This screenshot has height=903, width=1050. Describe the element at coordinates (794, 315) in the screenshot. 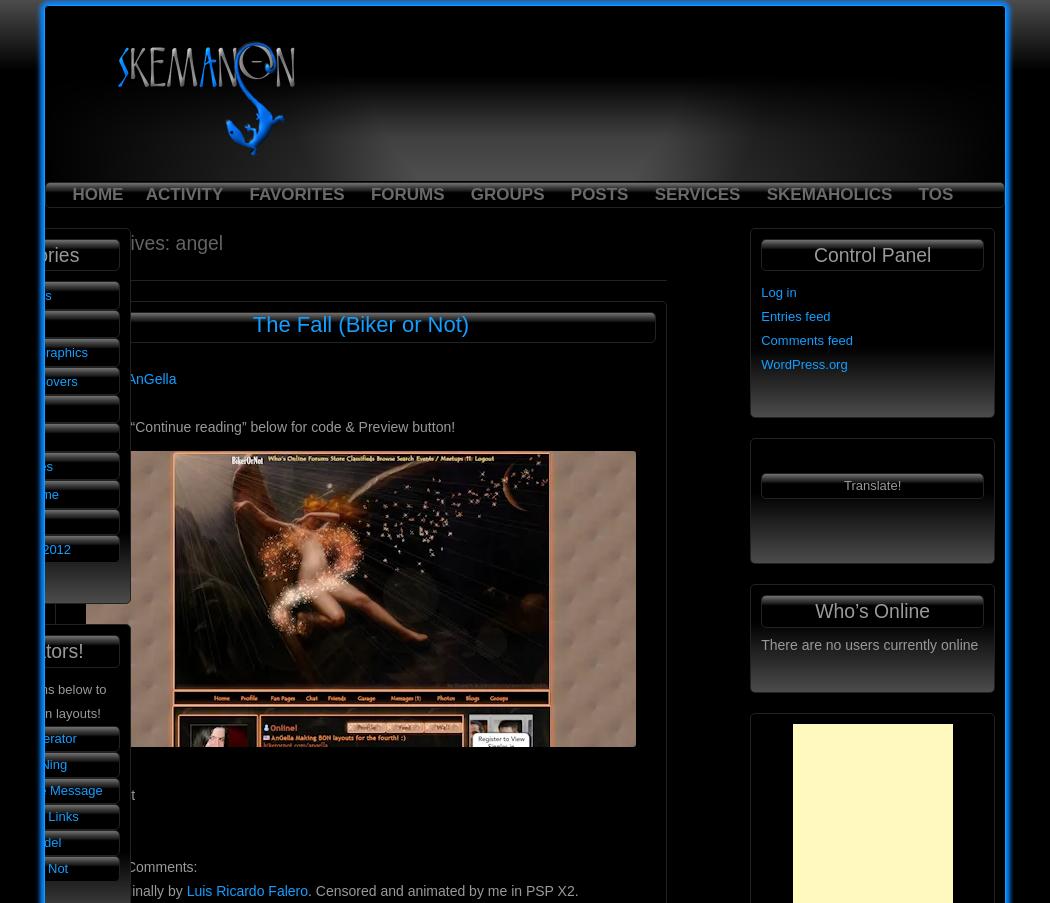

I see `'Entries feed'` at that location.